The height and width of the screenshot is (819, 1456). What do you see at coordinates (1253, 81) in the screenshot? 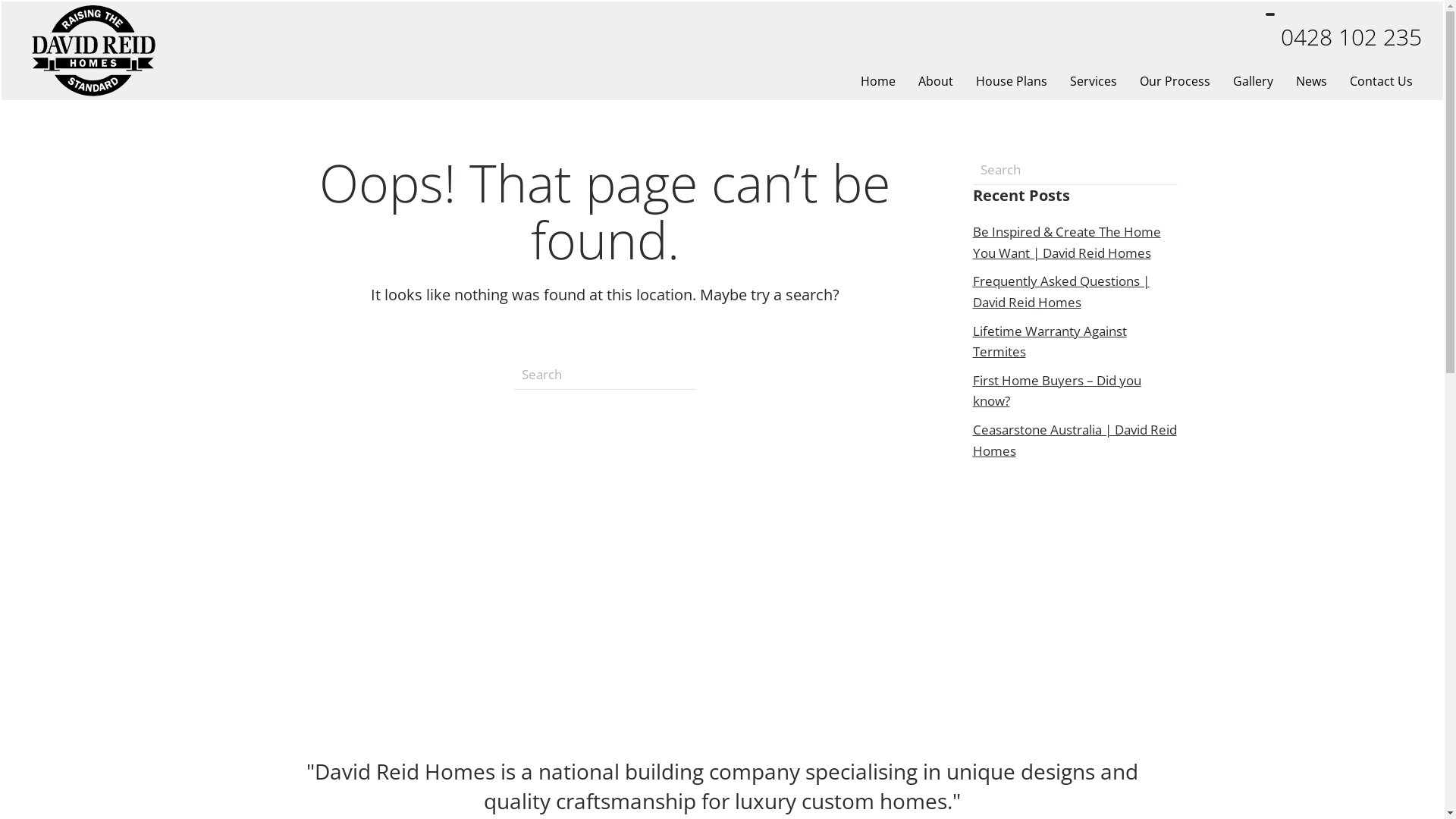
I see `'Gallery'` at bounding box center [1253, 81].